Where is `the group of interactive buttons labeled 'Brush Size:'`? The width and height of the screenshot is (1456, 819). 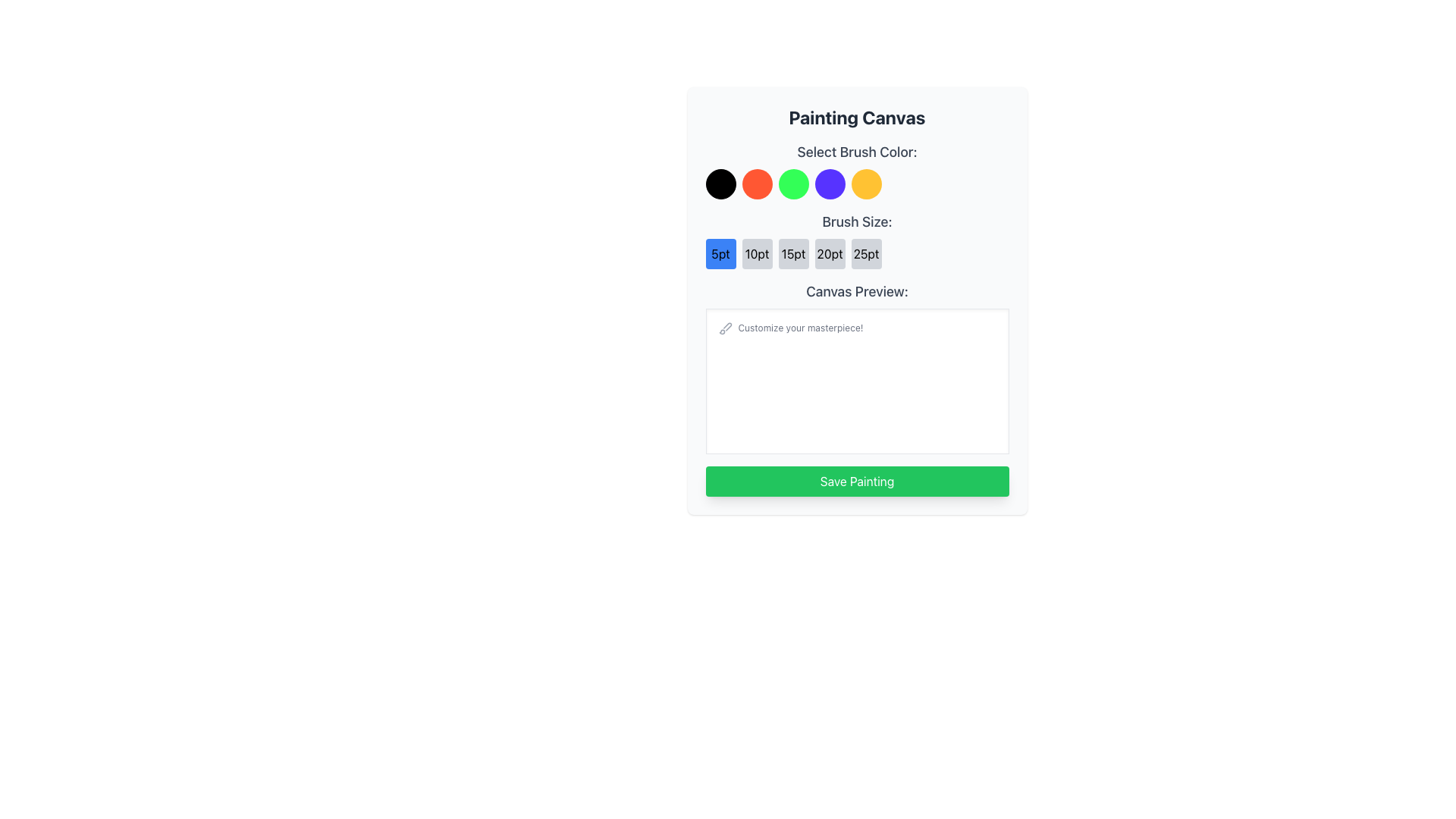
the group of interactive buttons labeled 'Brush Size:' is located at coordinates (857, 239).